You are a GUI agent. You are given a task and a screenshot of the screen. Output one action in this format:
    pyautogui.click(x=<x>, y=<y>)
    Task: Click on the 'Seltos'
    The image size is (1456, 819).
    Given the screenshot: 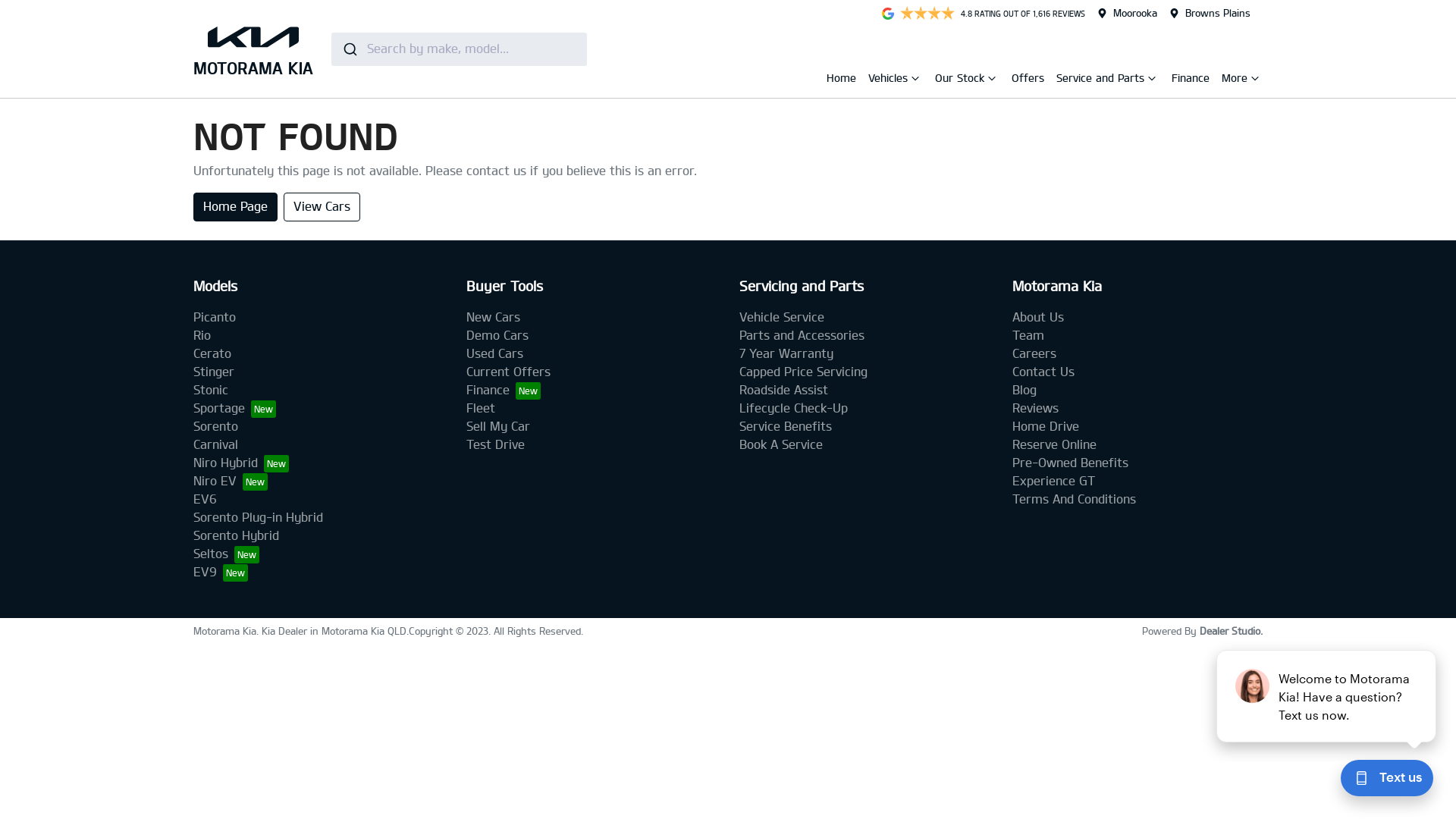 What is the action you would take?
    pyautogui.click(x=225, y=554)
    